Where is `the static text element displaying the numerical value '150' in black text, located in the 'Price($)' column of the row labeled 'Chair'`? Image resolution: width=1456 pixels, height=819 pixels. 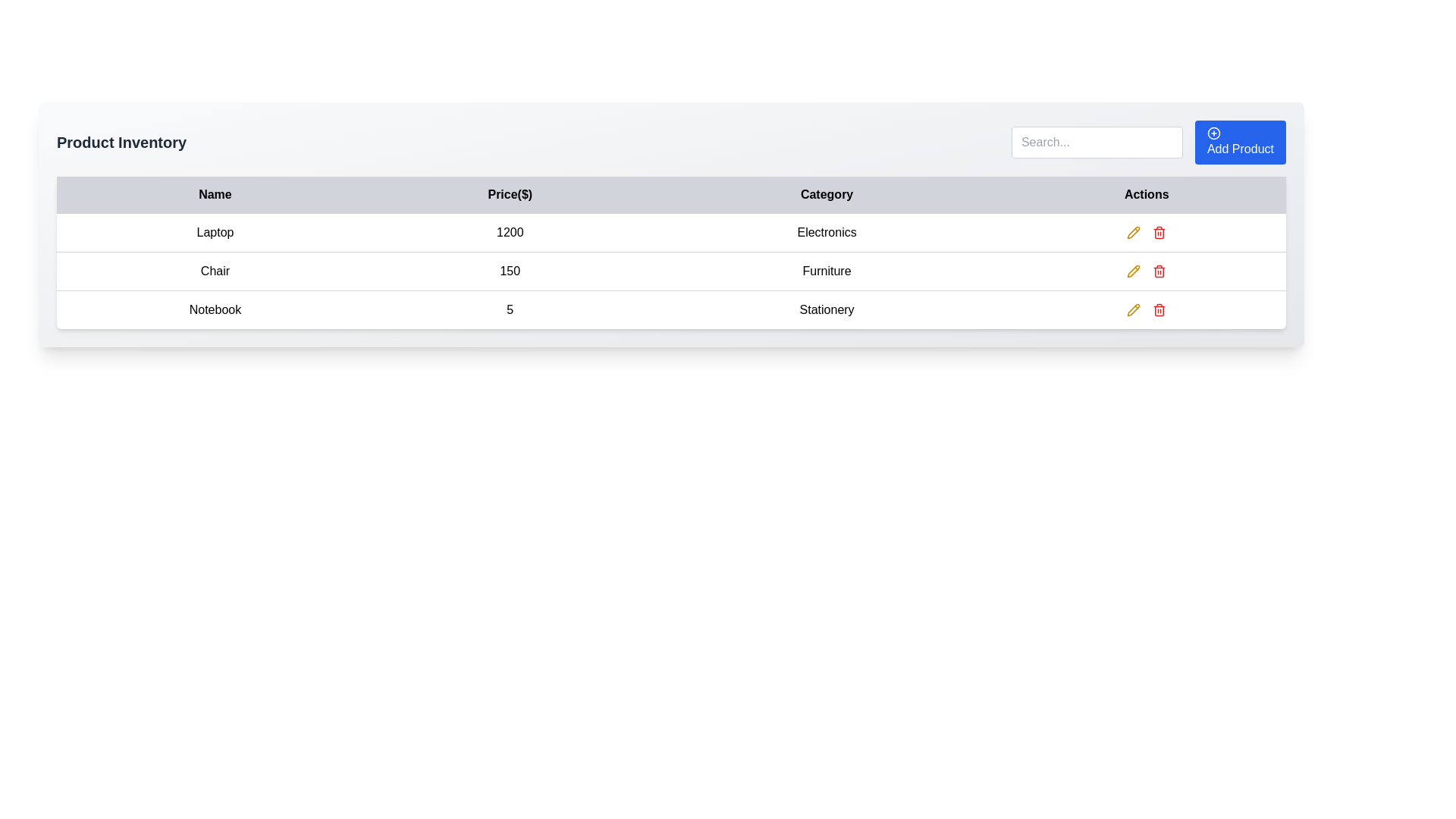
the static text element displaying the numerical value '150' in black text, located in the 'Price($)' column of the row labeled 'Chair' is located at coordinates (510, 271).